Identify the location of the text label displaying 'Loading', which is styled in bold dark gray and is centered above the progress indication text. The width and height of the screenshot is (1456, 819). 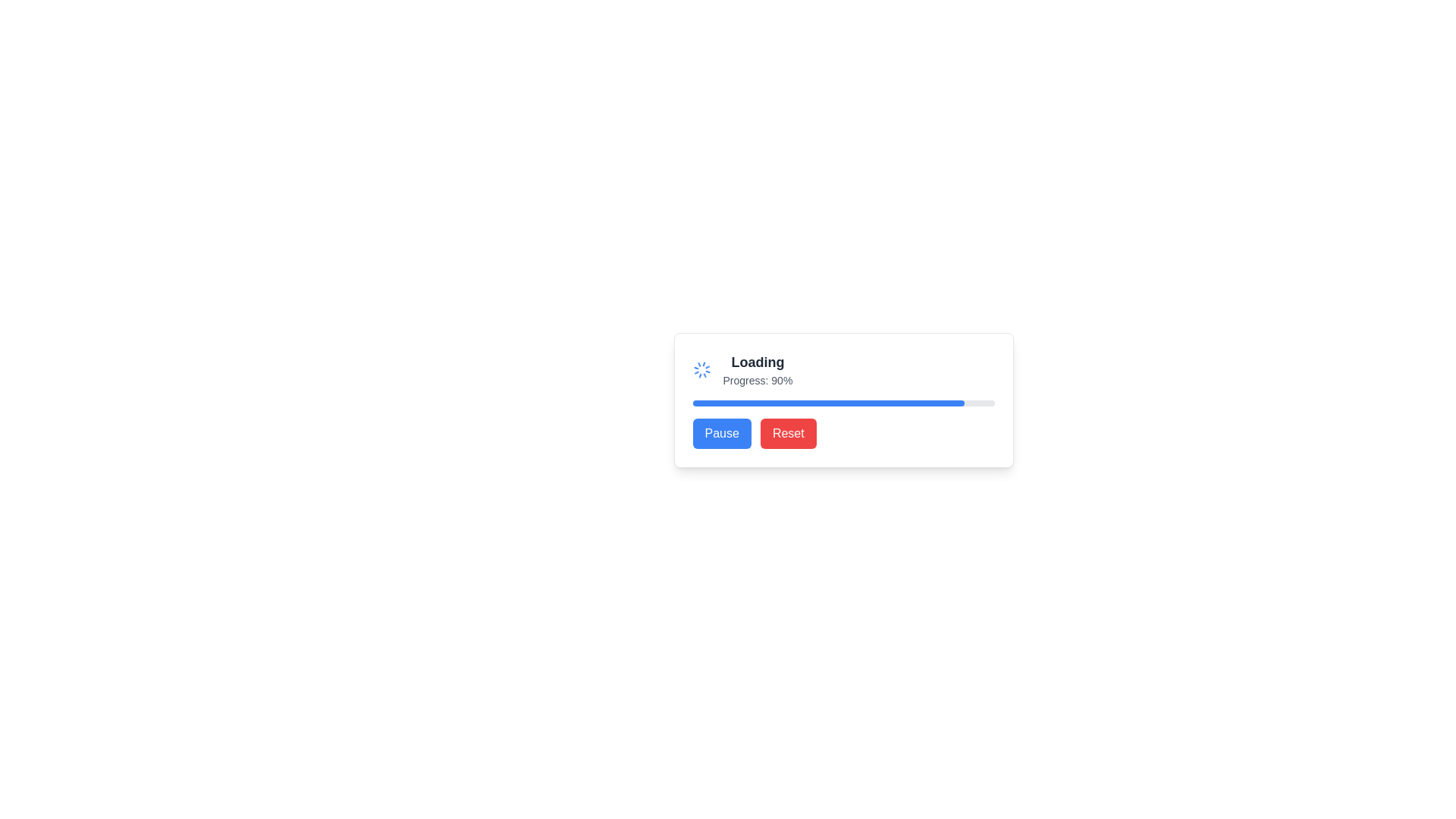
(758, 362).